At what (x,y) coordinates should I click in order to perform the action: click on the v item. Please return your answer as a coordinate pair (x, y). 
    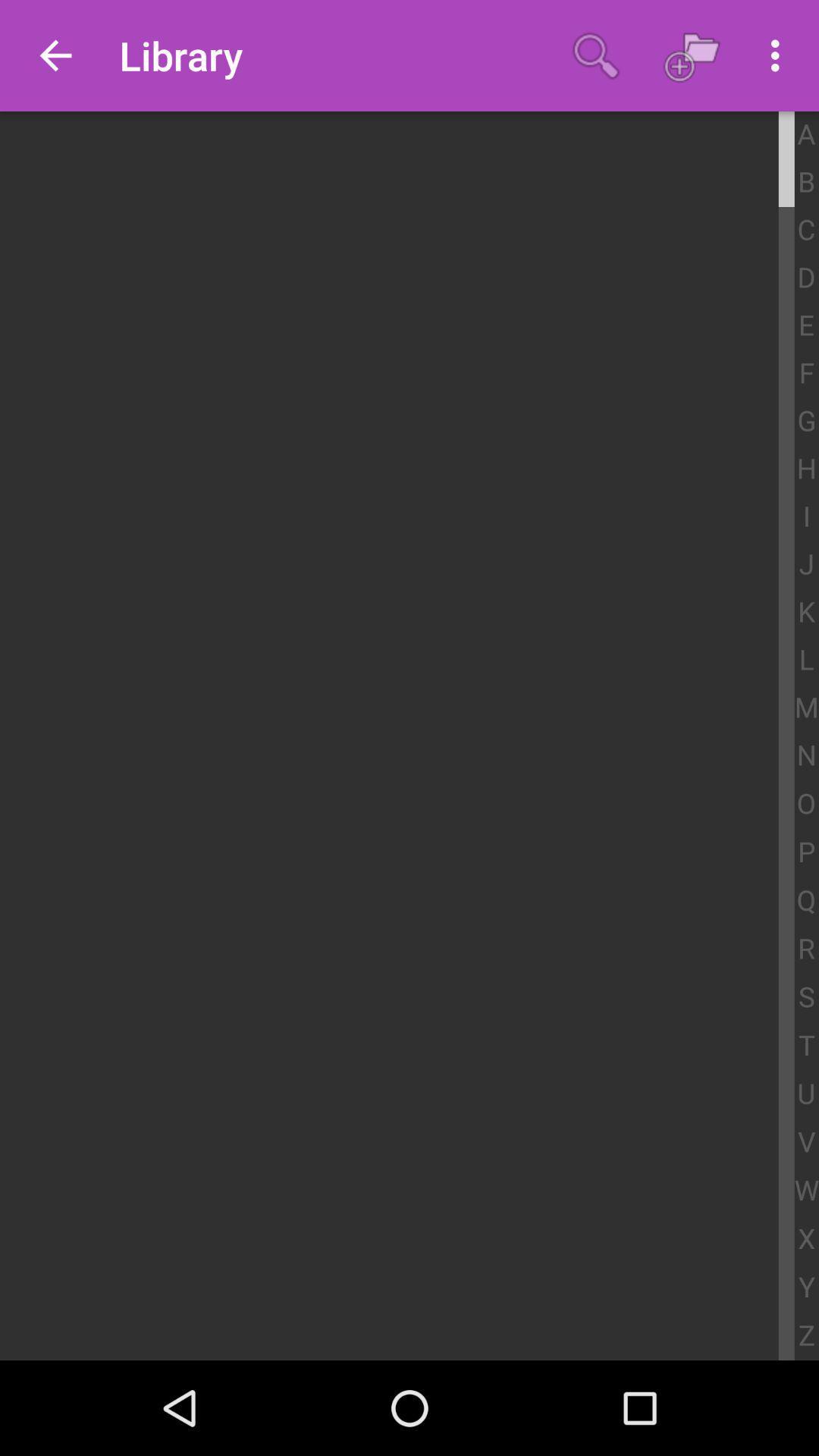
    Looking at the image, I should click on (805, 1143).